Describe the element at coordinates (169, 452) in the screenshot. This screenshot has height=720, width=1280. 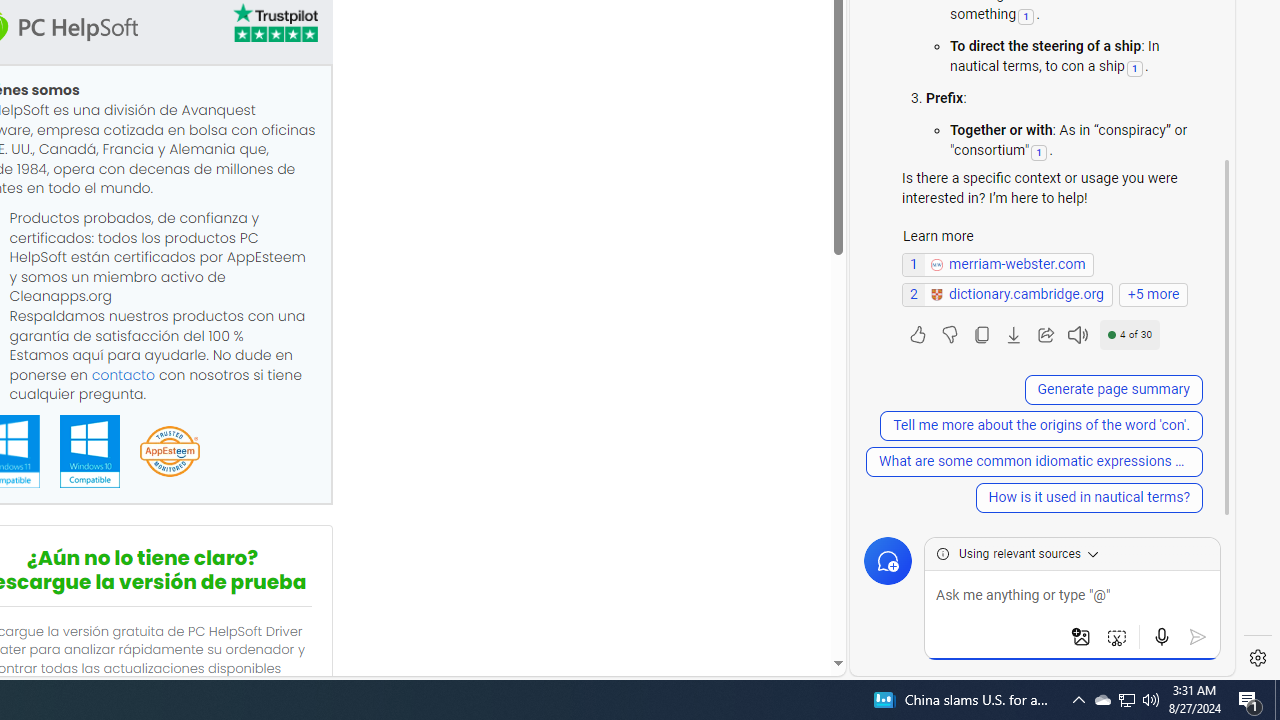
I see `'App Esteem'` at that location.